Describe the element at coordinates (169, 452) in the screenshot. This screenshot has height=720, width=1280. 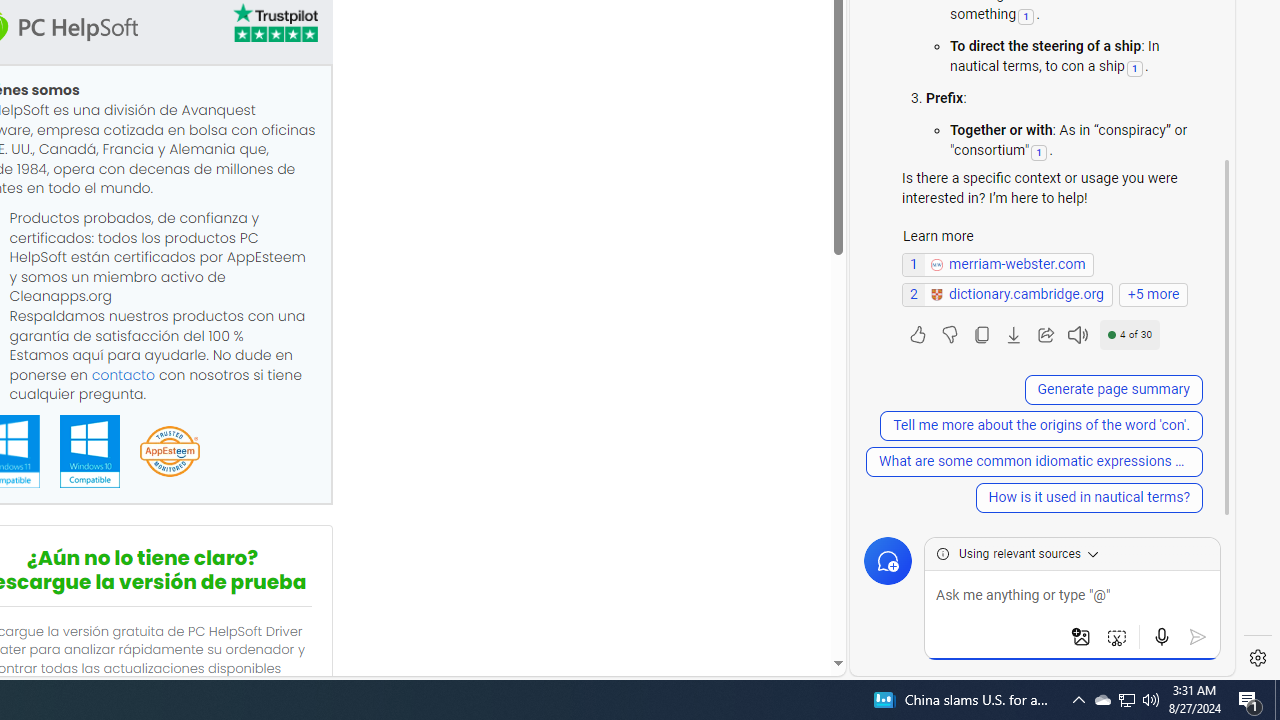
I see `'App Esteem'` at that location.